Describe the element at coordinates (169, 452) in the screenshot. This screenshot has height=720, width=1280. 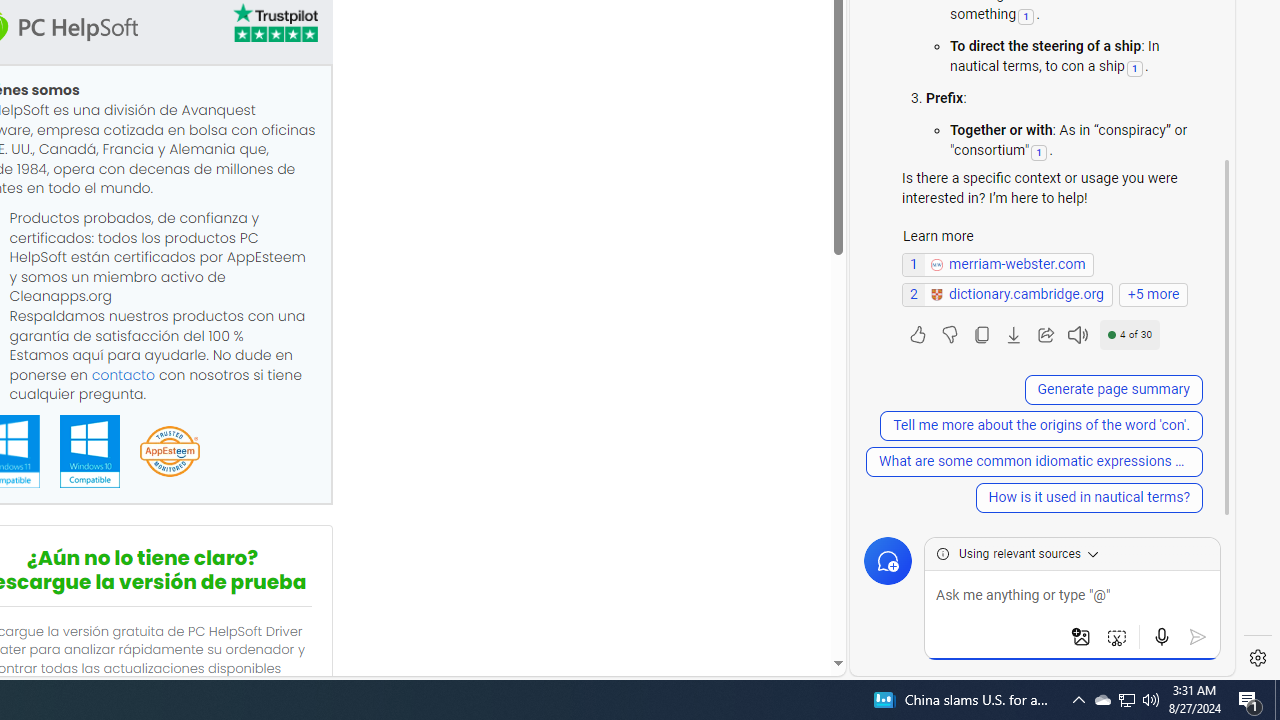
I see `'App Esteem'` at that location.